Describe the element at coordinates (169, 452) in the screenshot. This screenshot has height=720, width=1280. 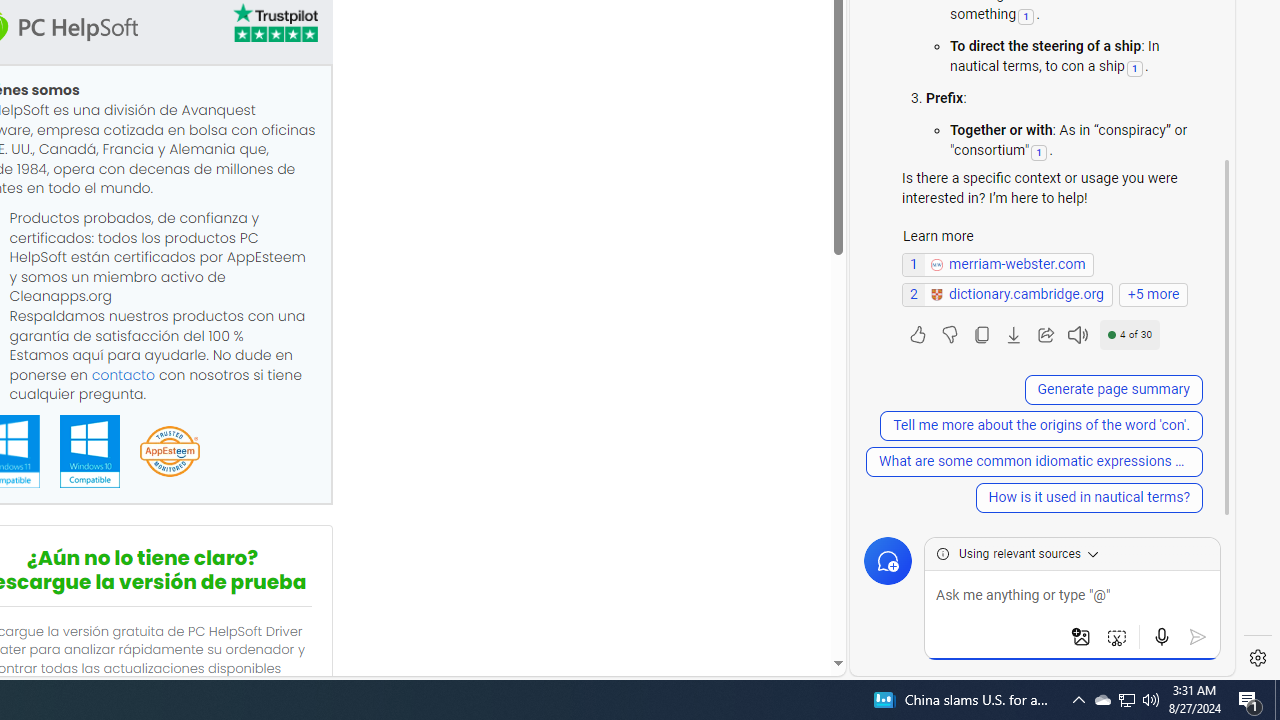
I see `'App Esteem'` at that location.